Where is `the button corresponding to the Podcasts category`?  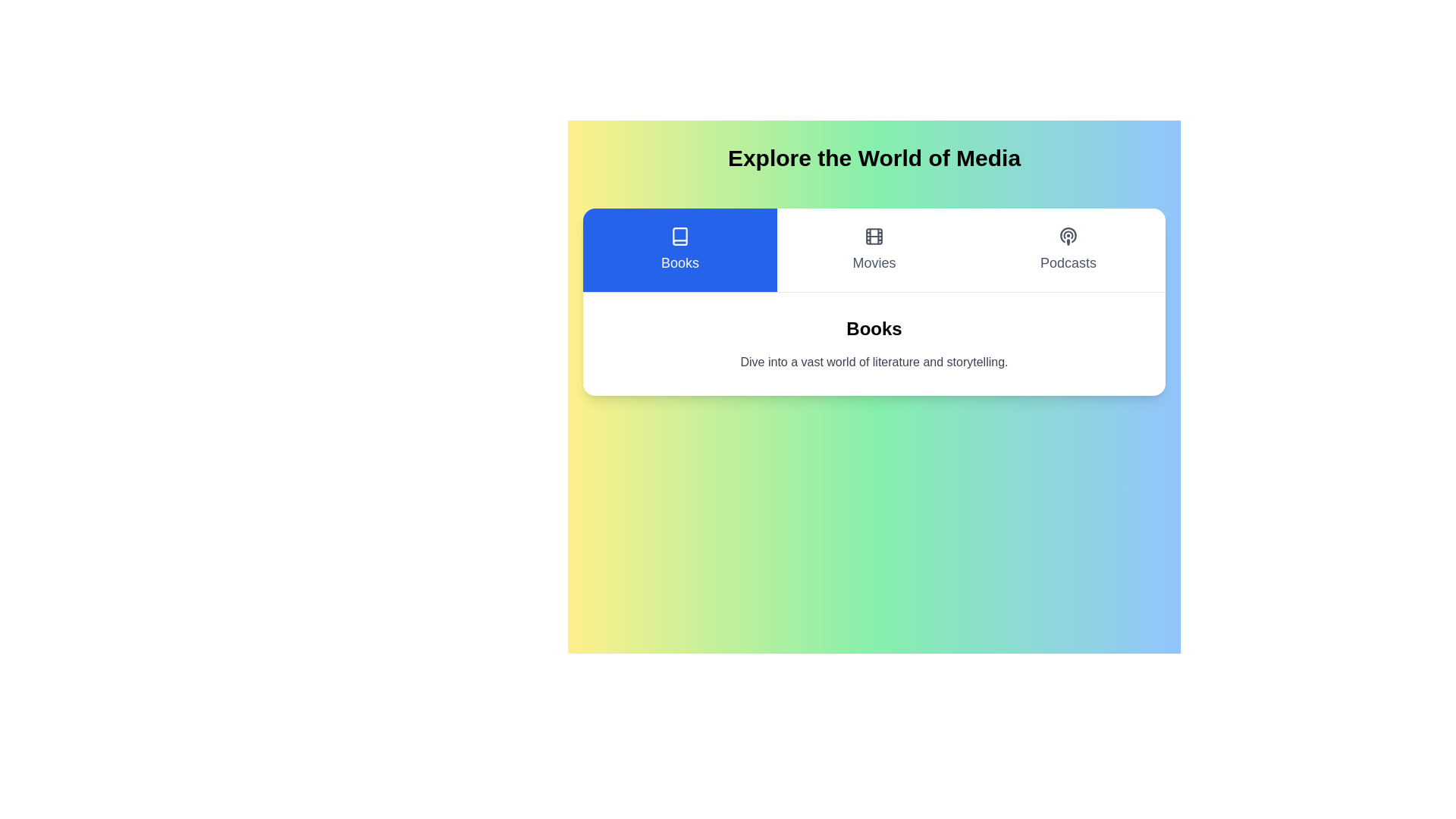 the button corresponding to the Podcasts category is located at coordinates (1068, 249).